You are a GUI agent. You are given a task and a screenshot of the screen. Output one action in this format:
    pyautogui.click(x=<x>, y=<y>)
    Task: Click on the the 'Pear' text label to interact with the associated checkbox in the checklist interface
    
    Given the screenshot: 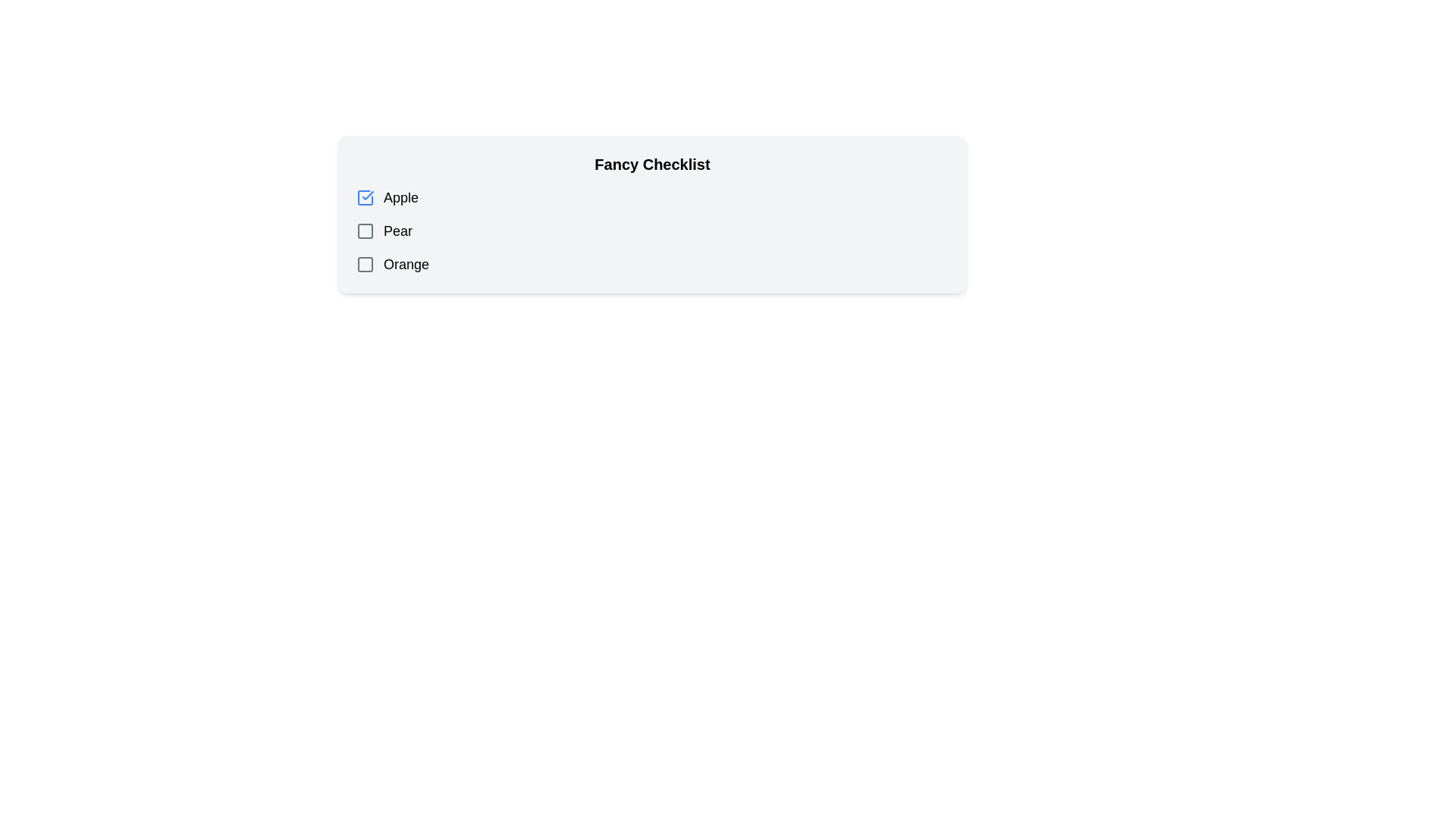 What is the action you would take?
    pyautogui.click(x=397, y=231)
    